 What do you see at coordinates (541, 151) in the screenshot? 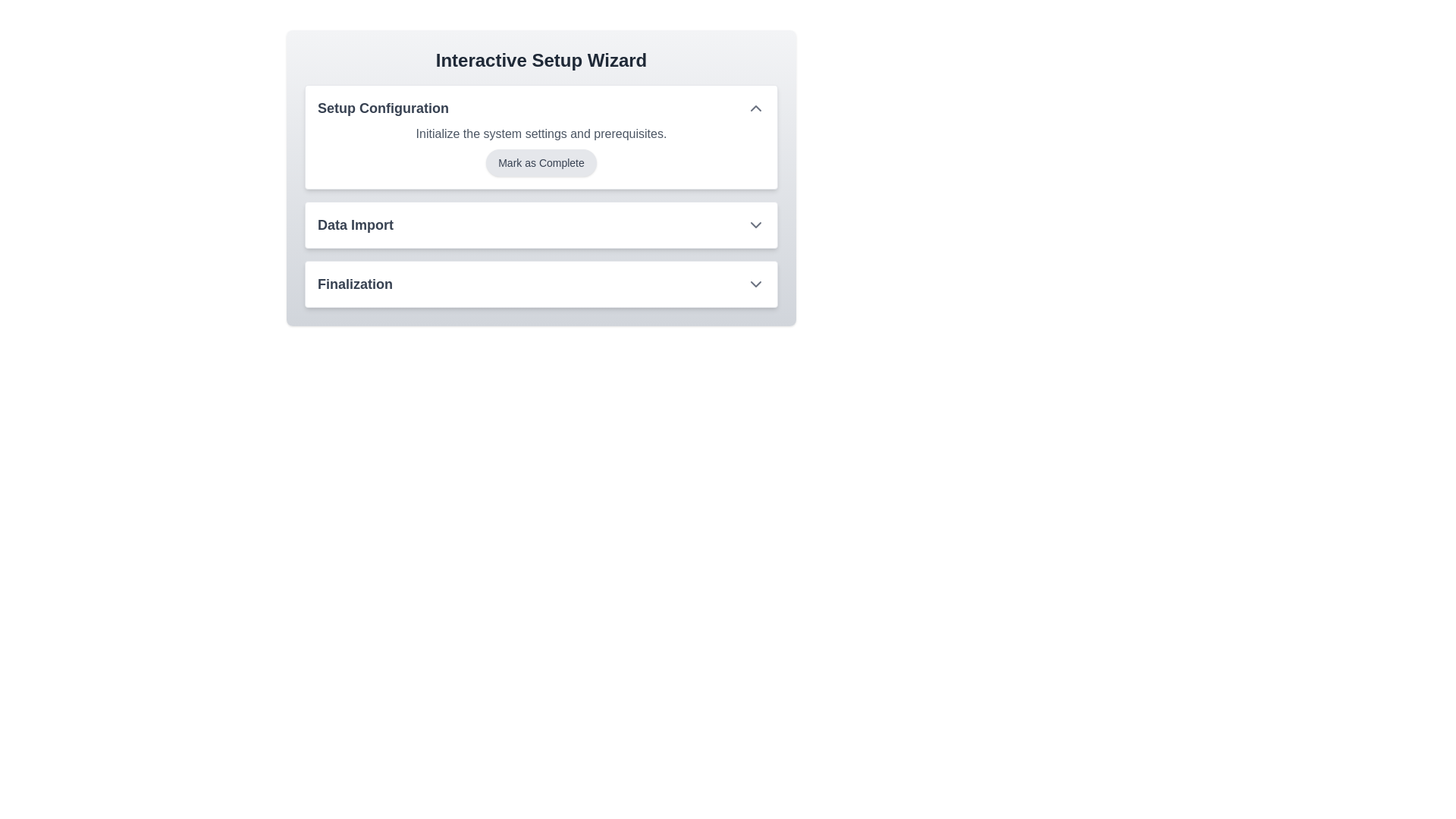
I see `the interactive button located` at bounding box center [541, 151].